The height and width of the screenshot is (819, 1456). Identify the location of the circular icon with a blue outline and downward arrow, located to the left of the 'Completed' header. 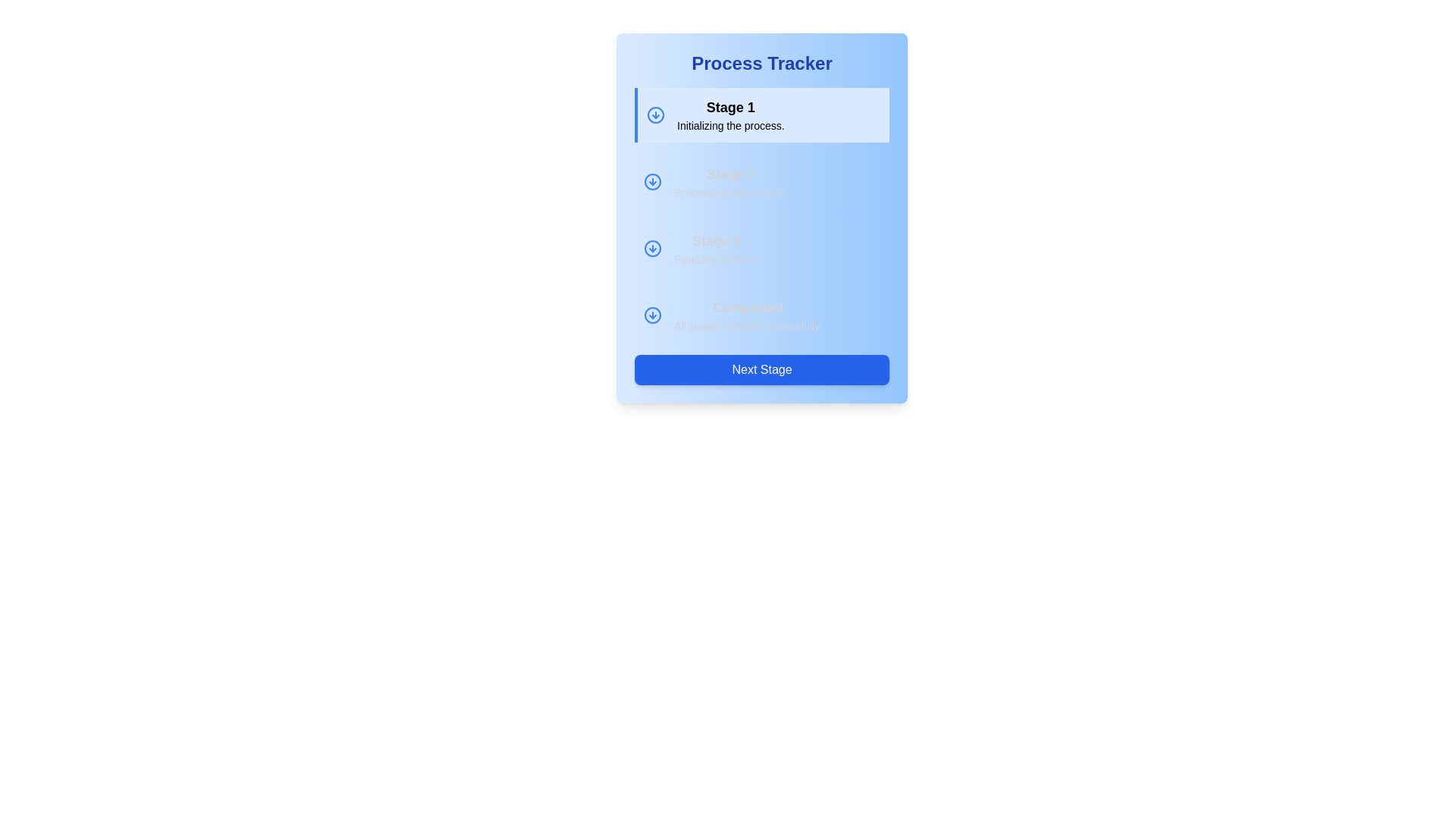
(652, 315).